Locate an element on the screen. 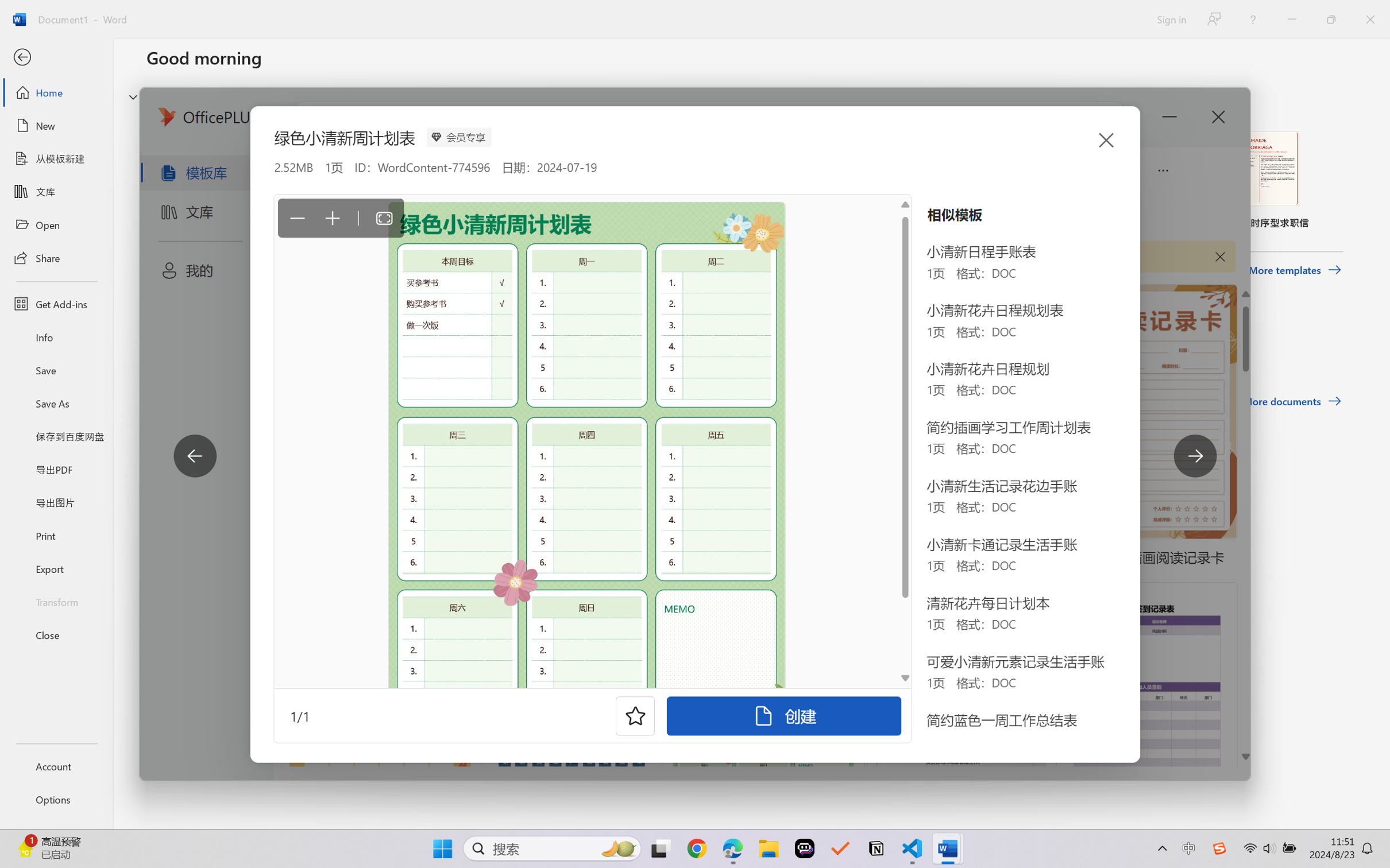 The height and width of the screenshot is (868, 1390). 'Transform' is located at coordinates (56, 600).